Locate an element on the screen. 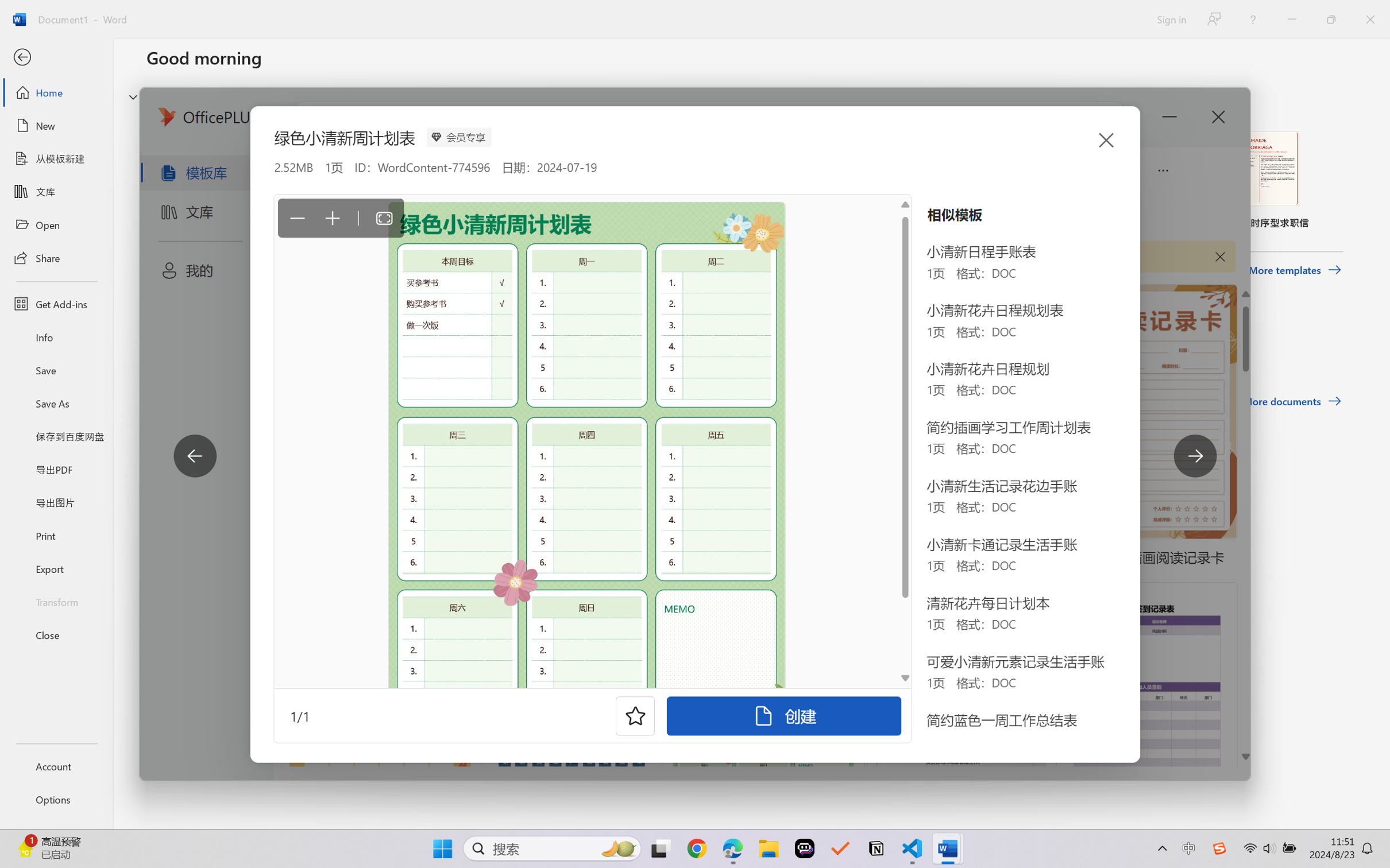 The height and width of the screenshot is (868, 1390). 'Transform' is located at coordinates (56, 600).